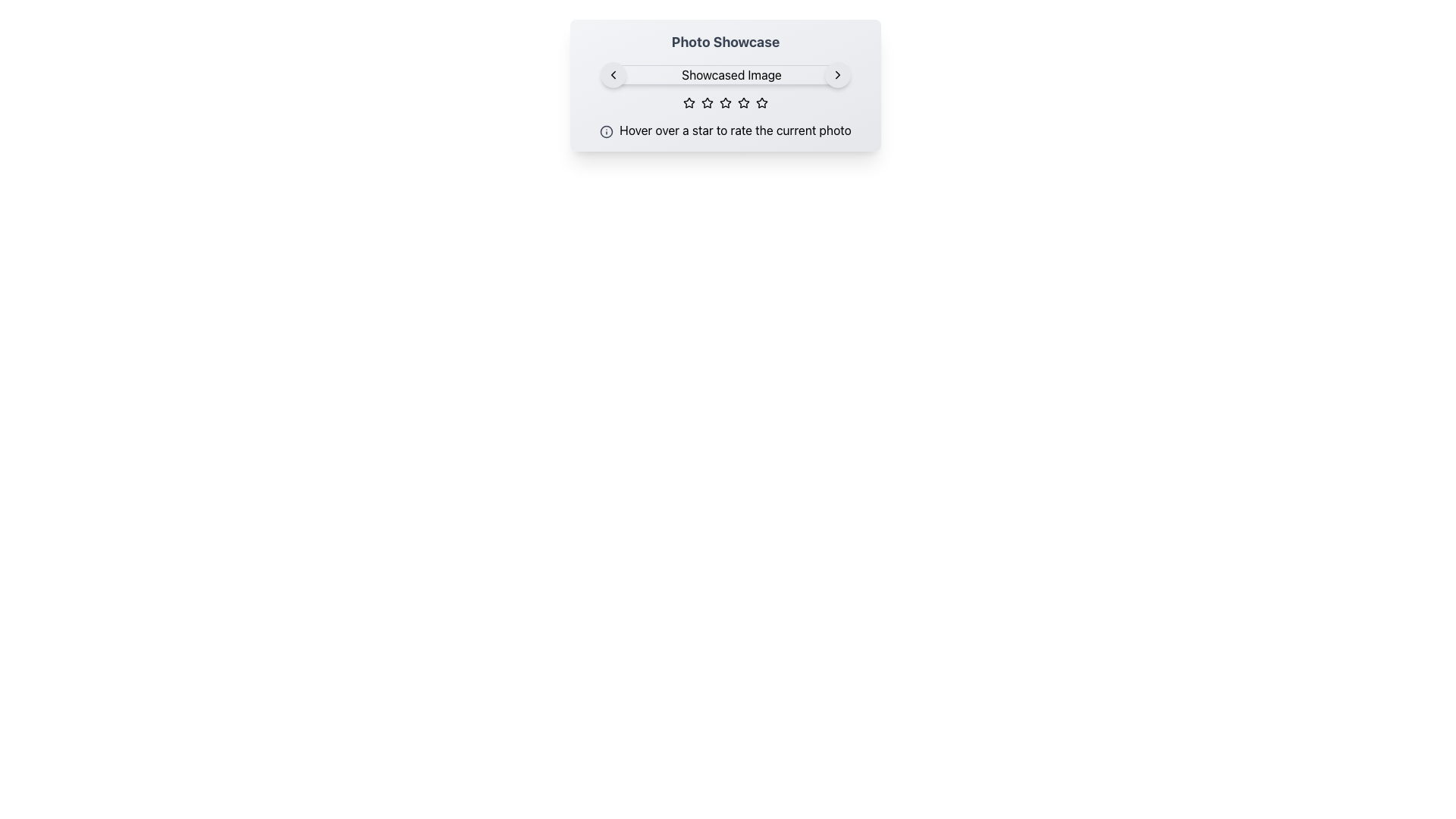  What do you see at coordinates (836, 75) in the screenshot?
I see `the circular button with a light gray background and rightward chevron icon located at the top-center of the interface` at bounding box center [836, 75].